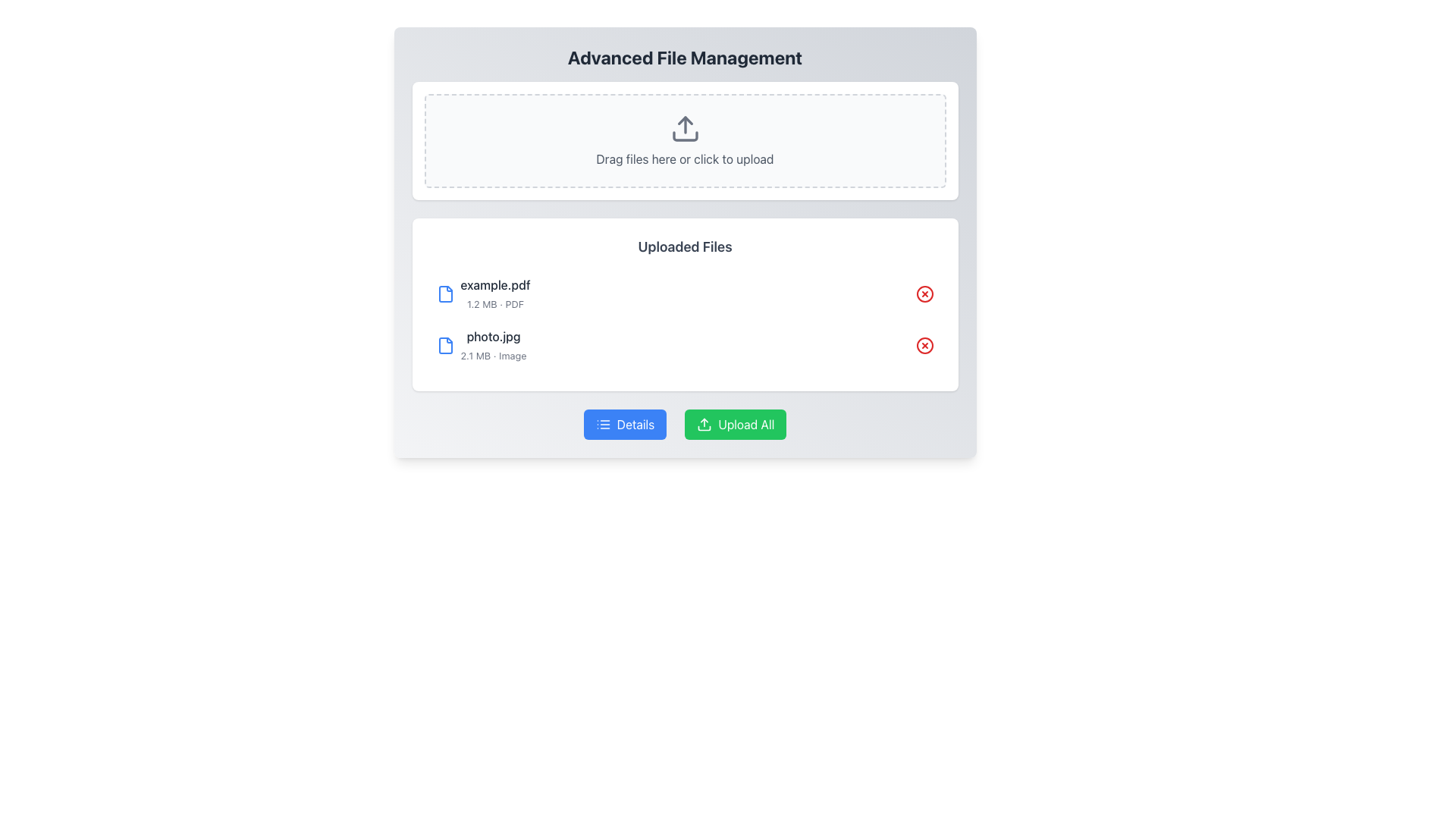  What do you see at coordinates (480, 345) in the screenshot?
I see `to select the second file entry in the 'Uploaded Files' section, which provides details about the file such as its name, type, and size` at bounding box center [480, 345].